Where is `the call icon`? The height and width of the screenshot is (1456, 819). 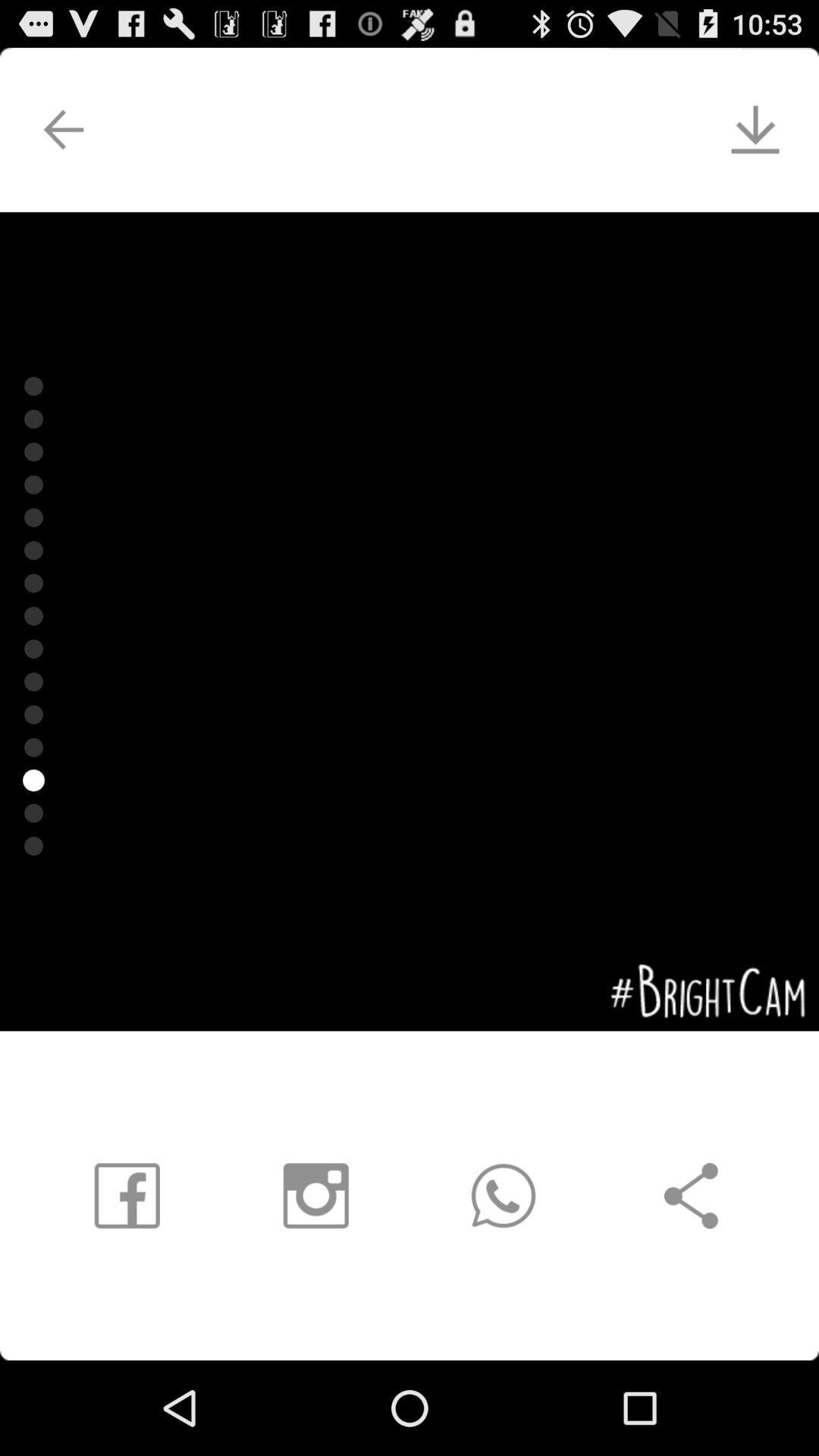
the call icon is located at coordinates (510, 1279).